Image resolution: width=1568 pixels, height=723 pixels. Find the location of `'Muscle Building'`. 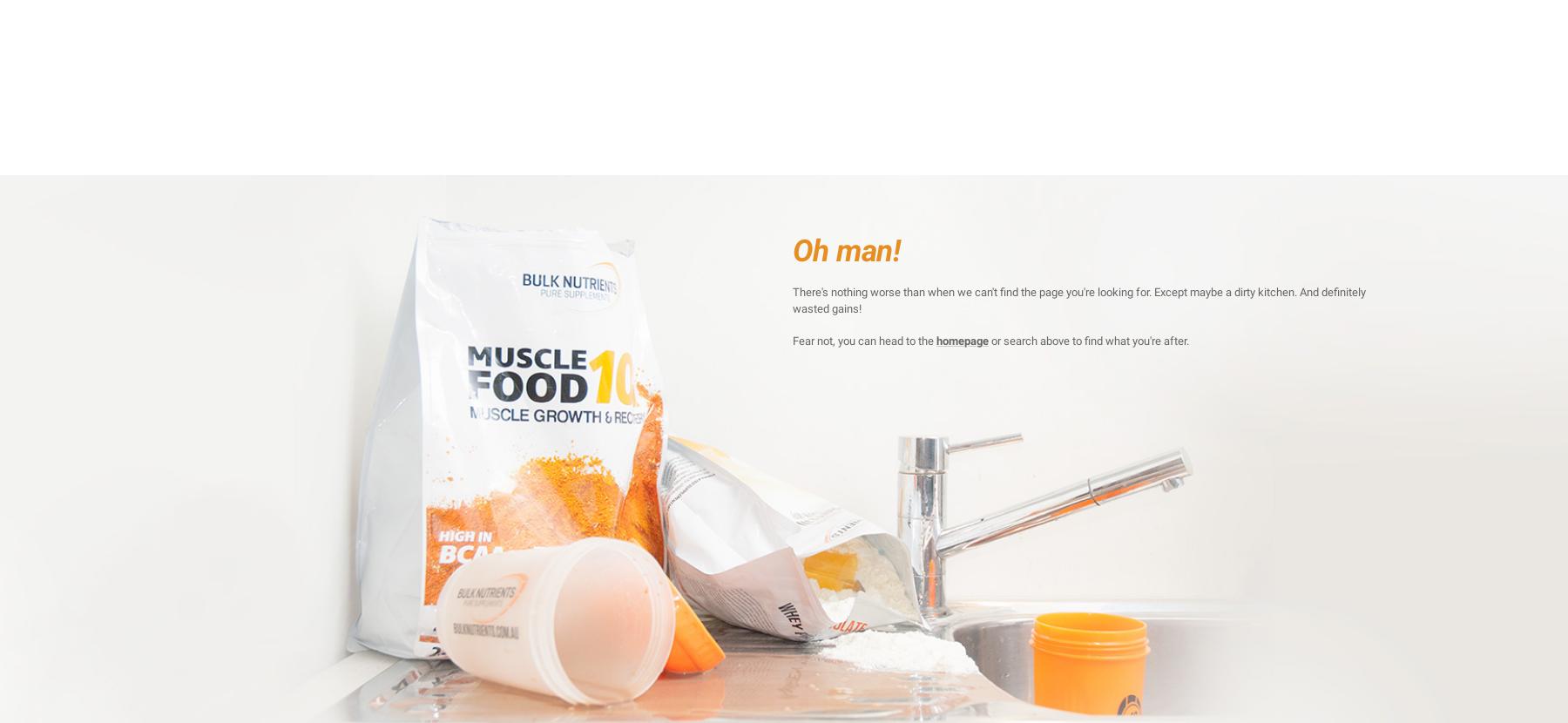

'Muscle Building' is located at coordinates (613, 125).